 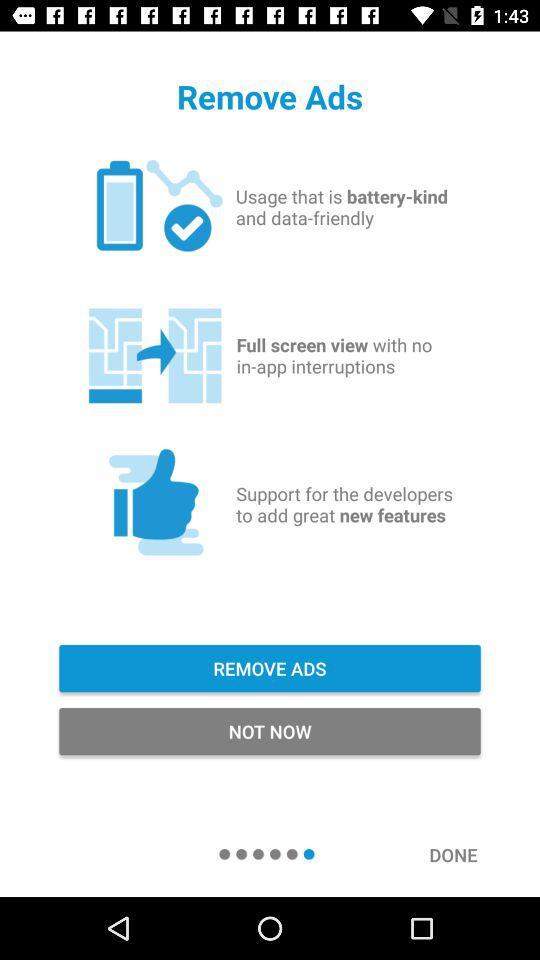 What do you see at coordinates (270, 730) in the screenshot?
I see `the not now item` at bounding box center [270, 730].